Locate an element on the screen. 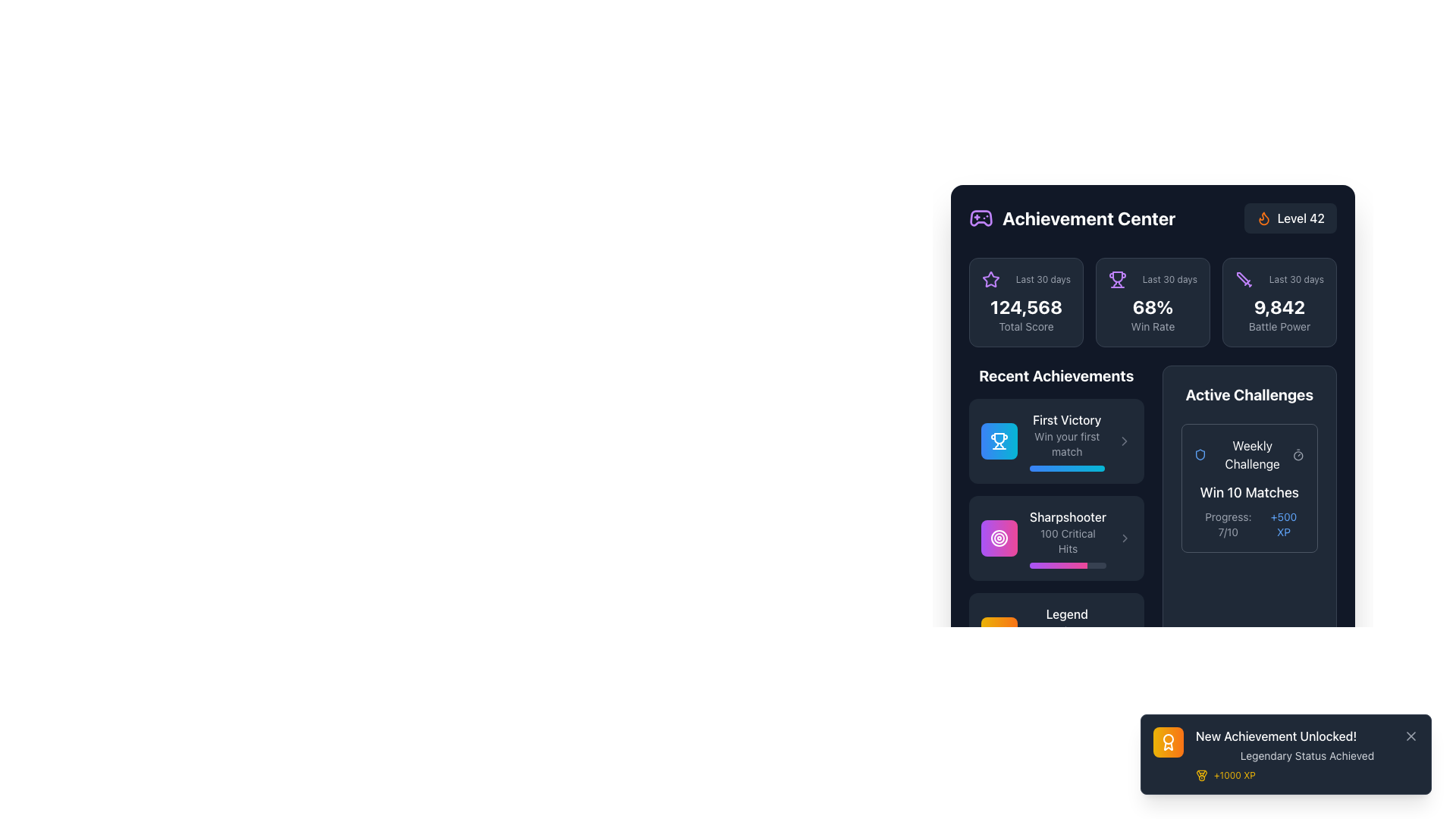  the non-interactive header Text label that indicates the section related to active challenges, located in the upper-right section of the interface is located at coordinates (1249, 394).